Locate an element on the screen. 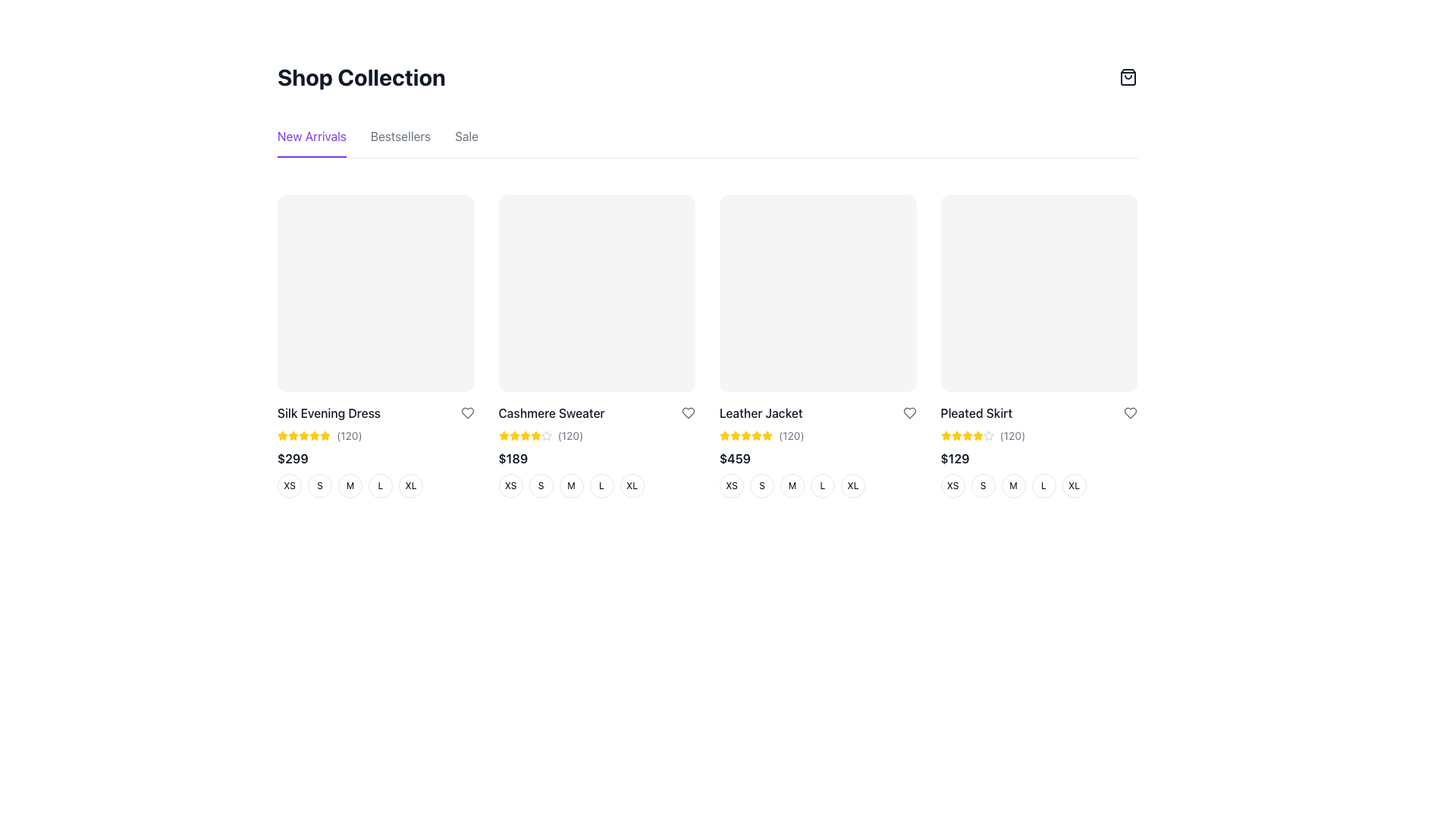 The image size is (1456, 819). the 'New Arrivals' text link located above the violet horizontal active state bar is located at coordinates (311, 141).